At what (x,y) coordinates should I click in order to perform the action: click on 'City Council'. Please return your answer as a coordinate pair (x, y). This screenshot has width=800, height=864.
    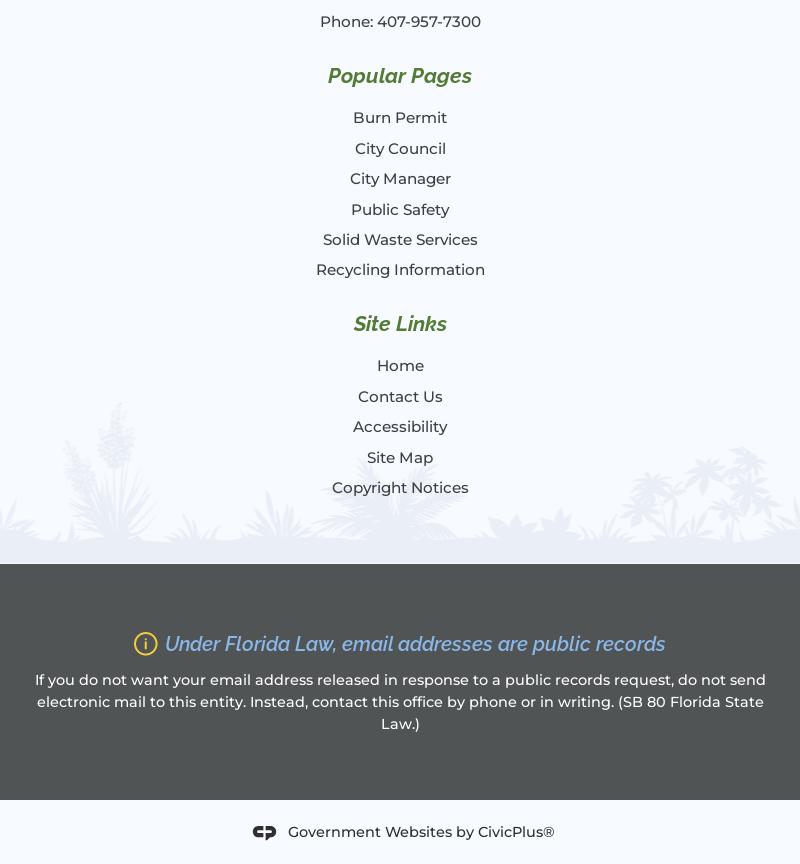
    Looking at the image, I should click on (354, 146).